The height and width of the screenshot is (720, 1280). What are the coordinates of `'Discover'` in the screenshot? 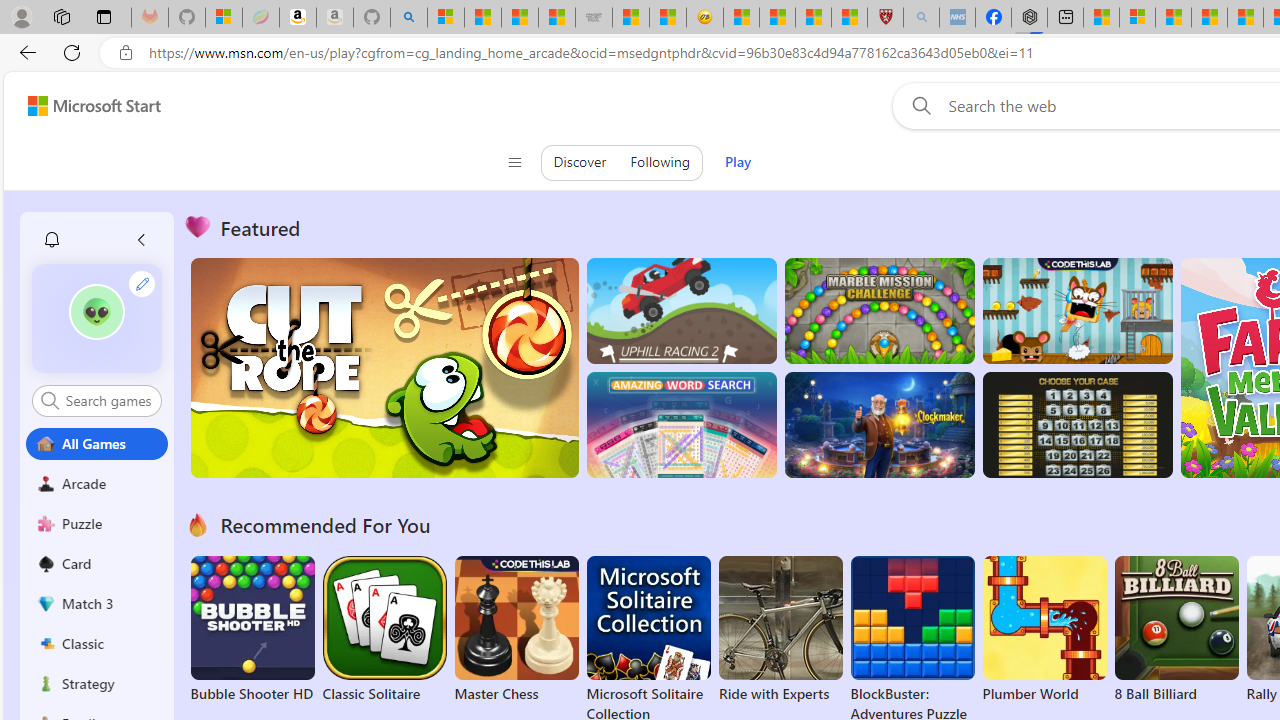 It's located at (578, 161).